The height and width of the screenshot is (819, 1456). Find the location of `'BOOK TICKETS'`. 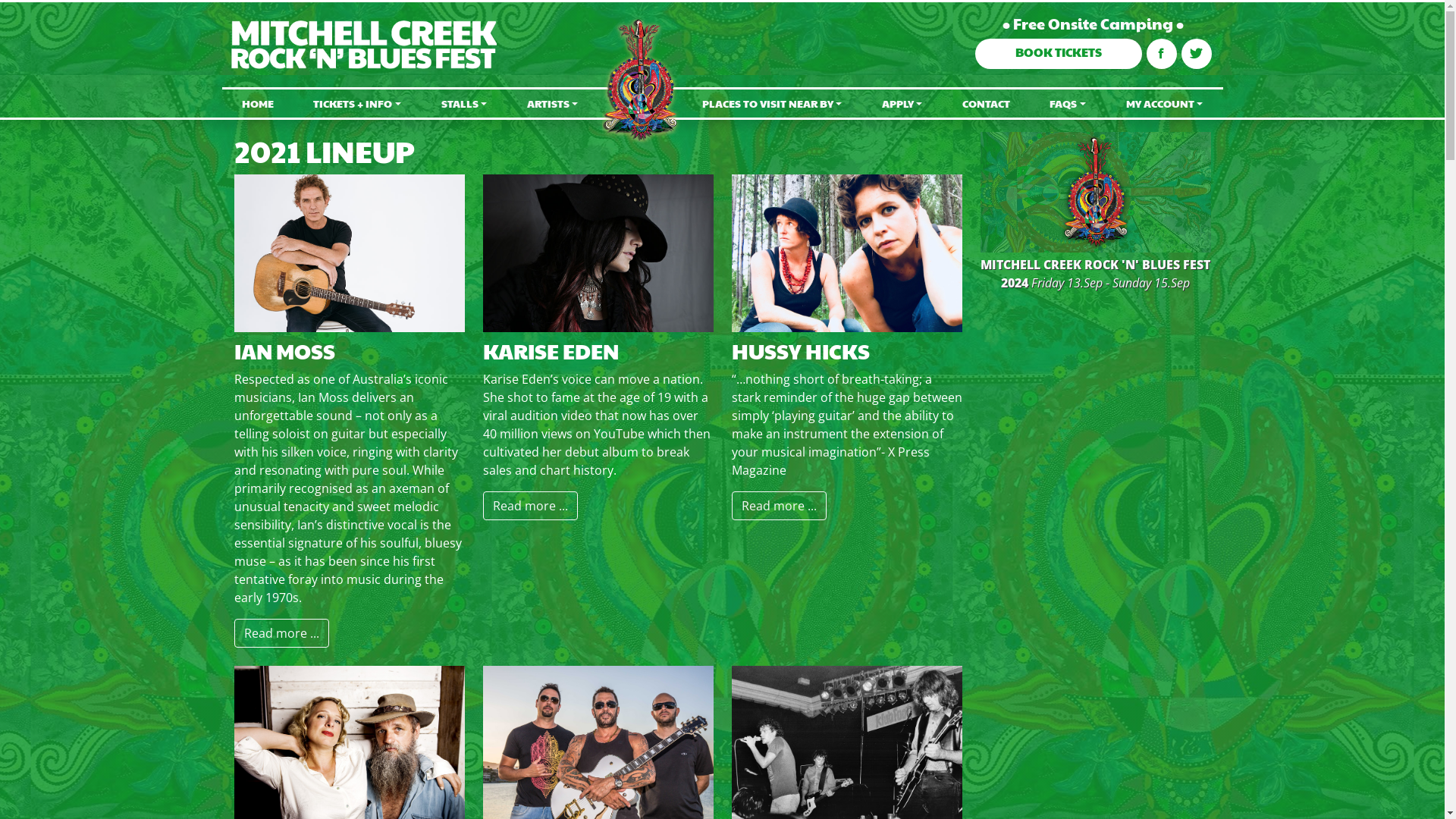

'BOOK TICKETS' is located at coordinates (1058, 52).